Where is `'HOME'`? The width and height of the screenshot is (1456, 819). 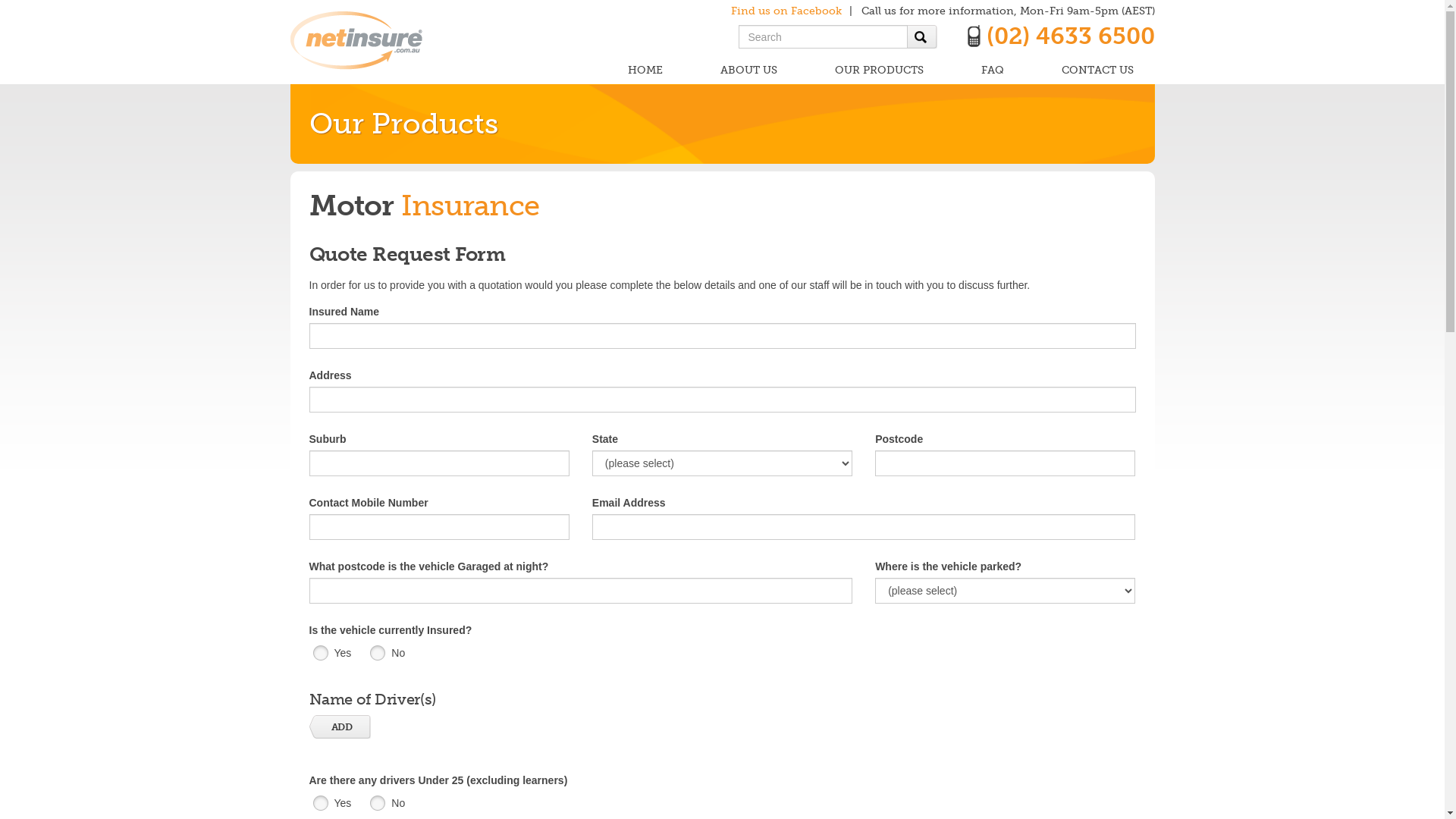
'HOME' is located at coordinates (607, 70).